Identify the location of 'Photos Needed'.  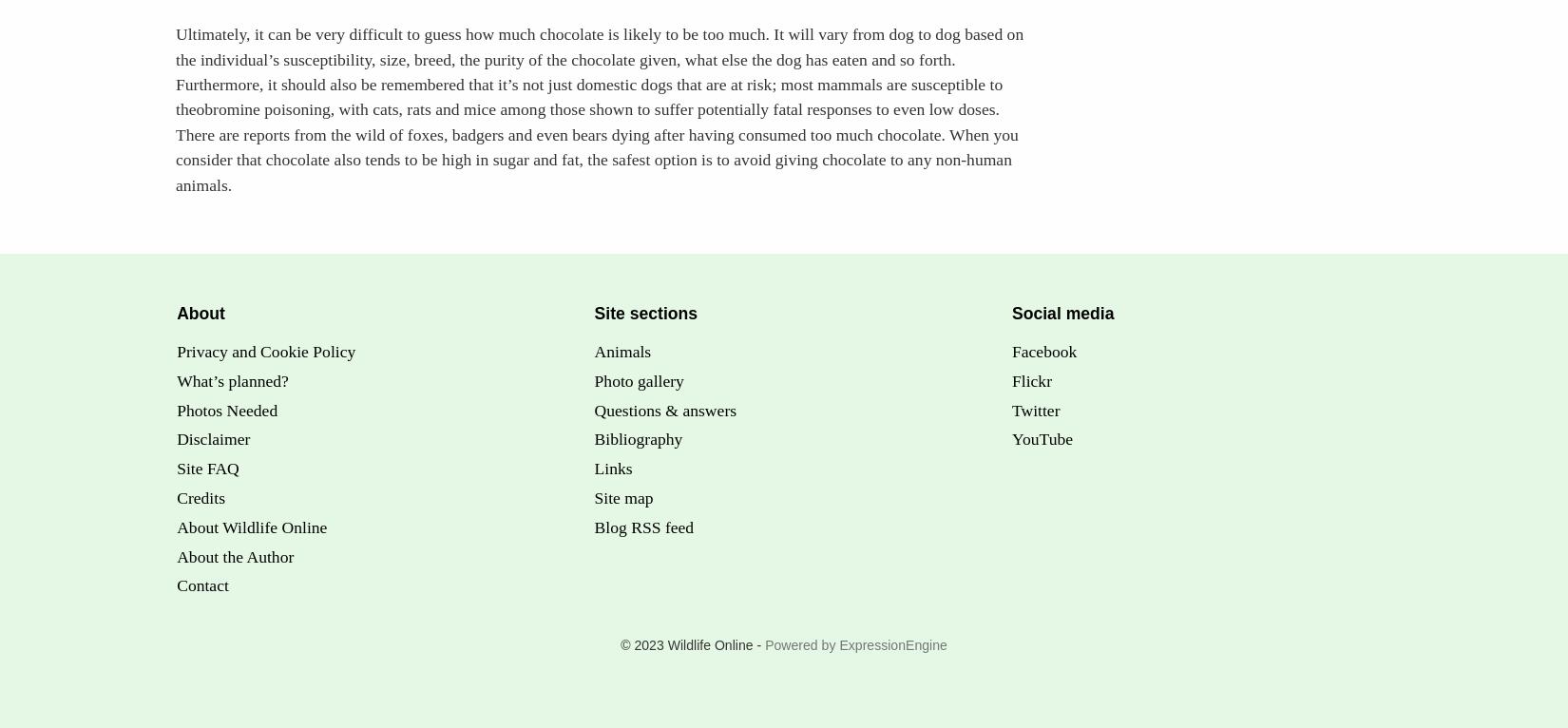
(226, 410).